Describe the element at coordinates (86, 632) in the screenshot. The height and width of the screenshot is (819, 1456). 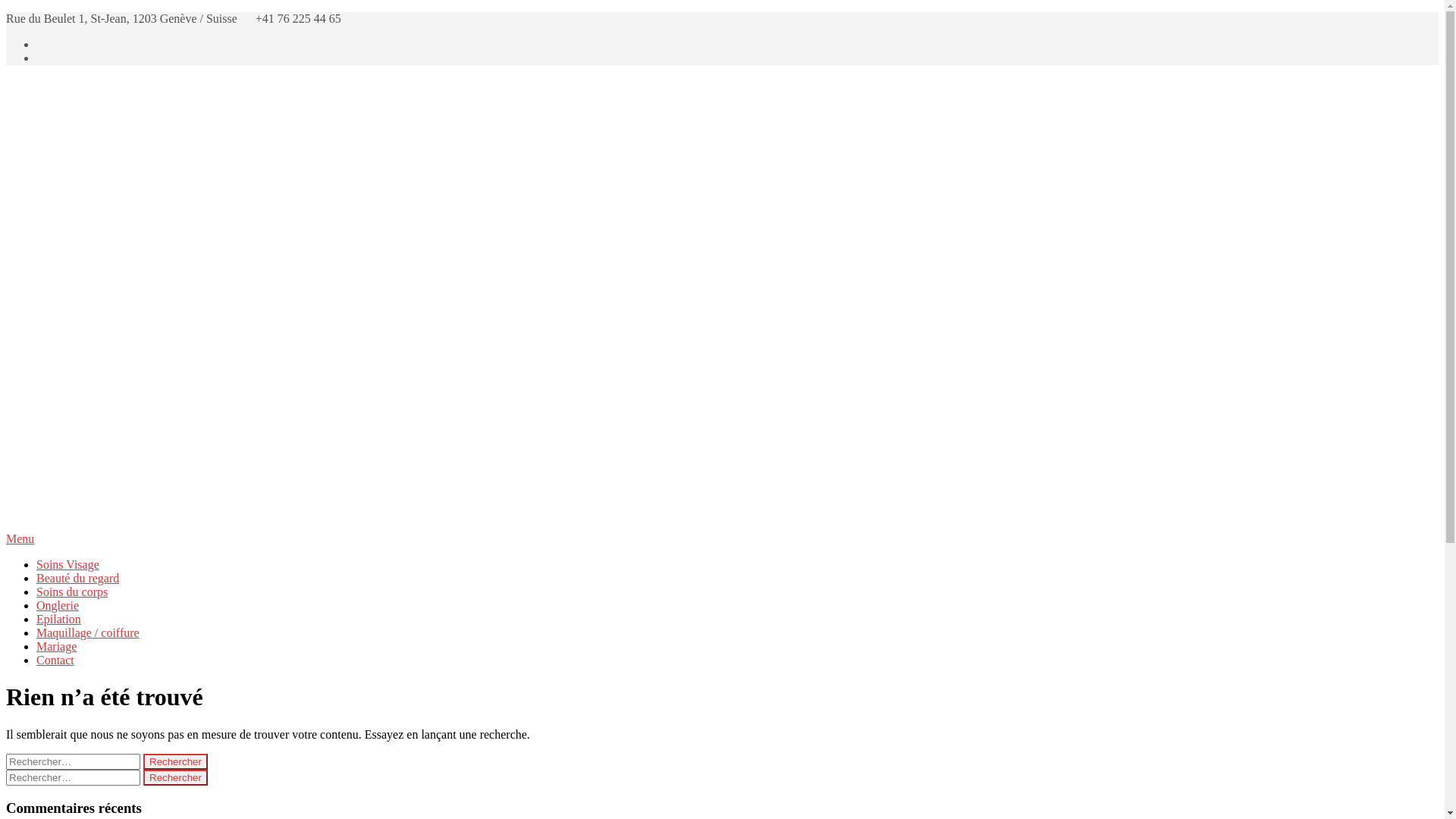
I see `'Maquillage / coiffure'` at that location.